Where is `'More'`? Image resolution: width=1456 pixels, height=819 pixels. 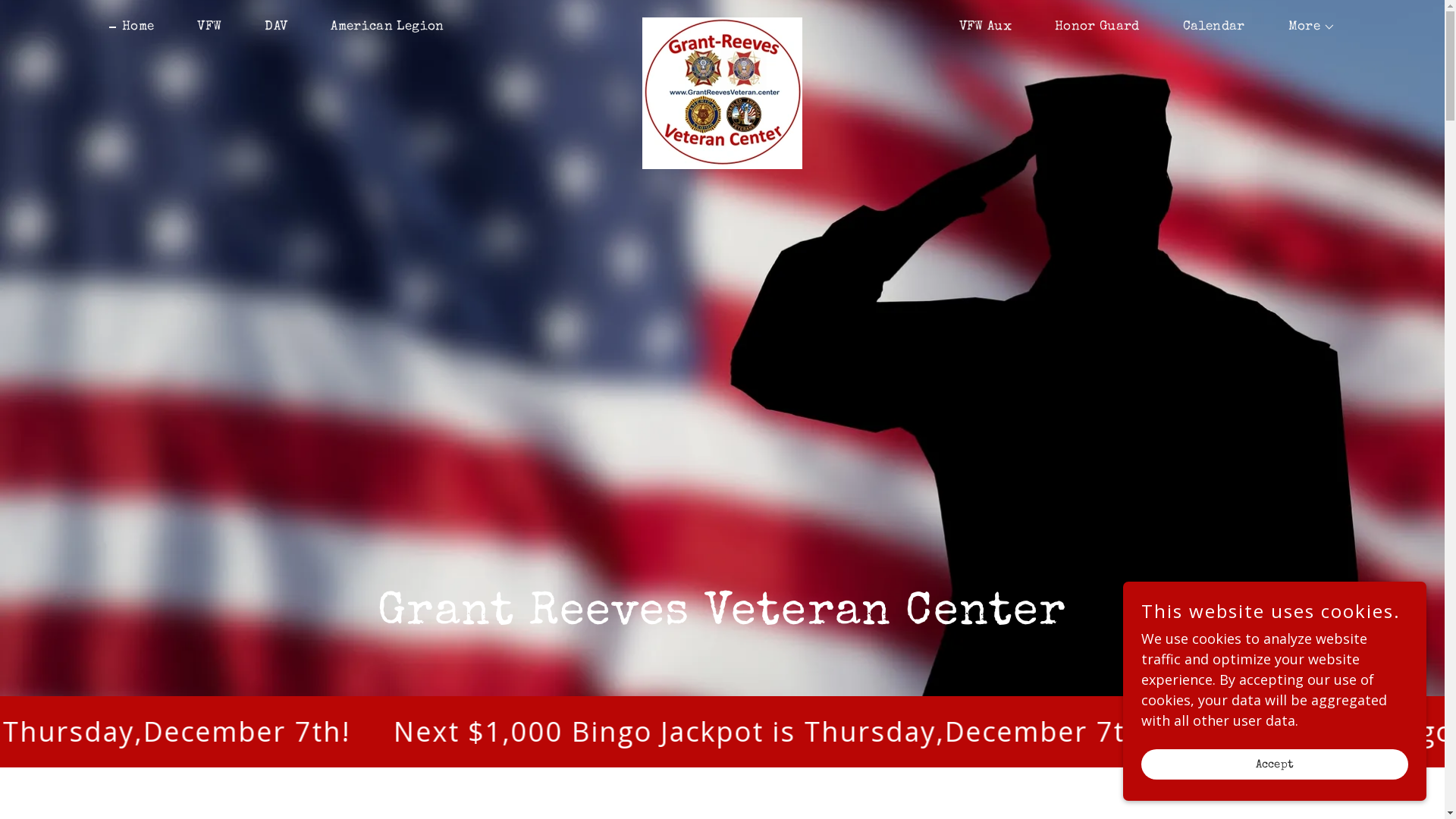
'More' is located at coordinates (1304, 27).